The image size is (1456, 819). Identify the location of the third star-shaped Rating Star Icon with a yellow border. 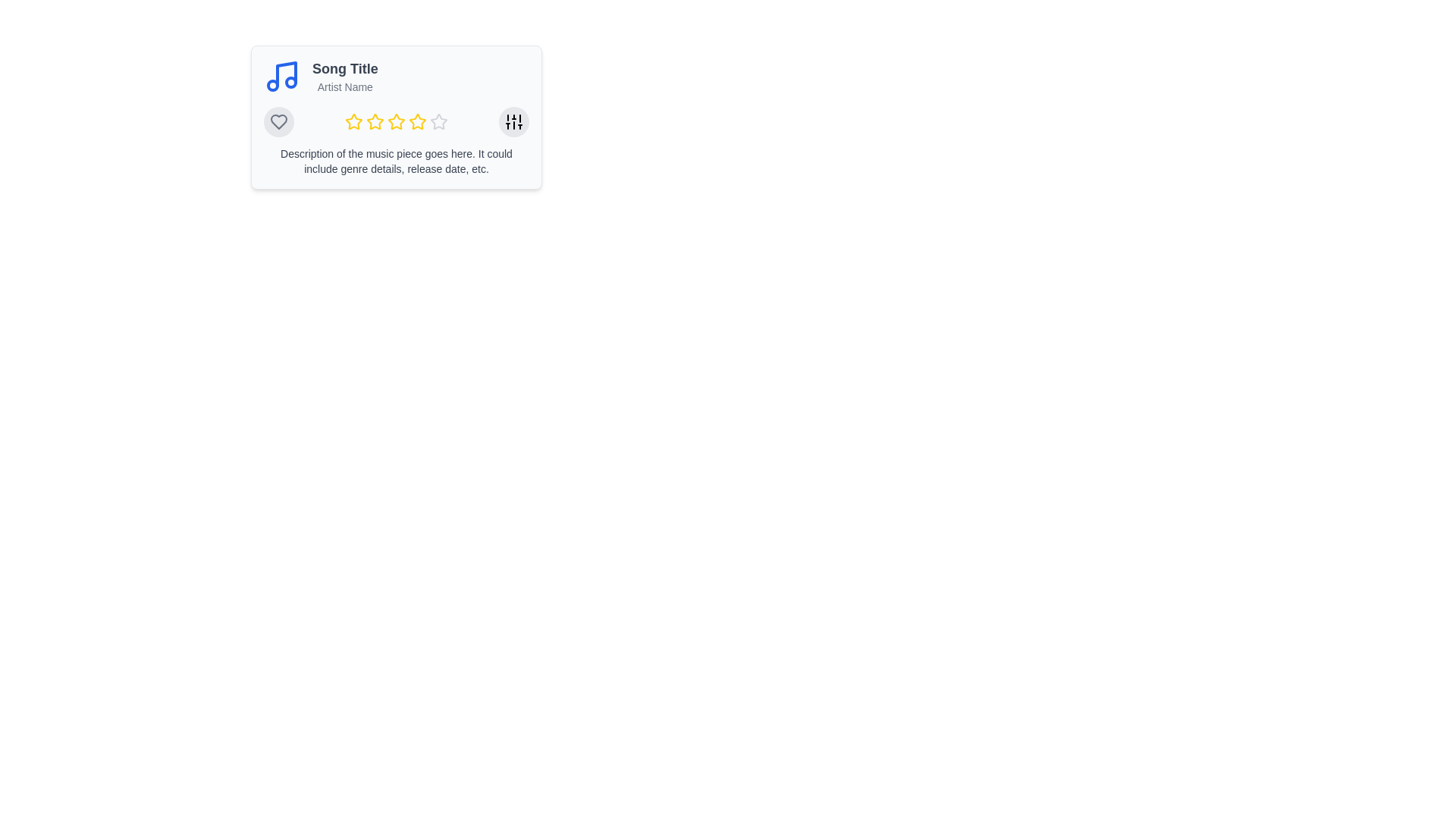
(397, 121).